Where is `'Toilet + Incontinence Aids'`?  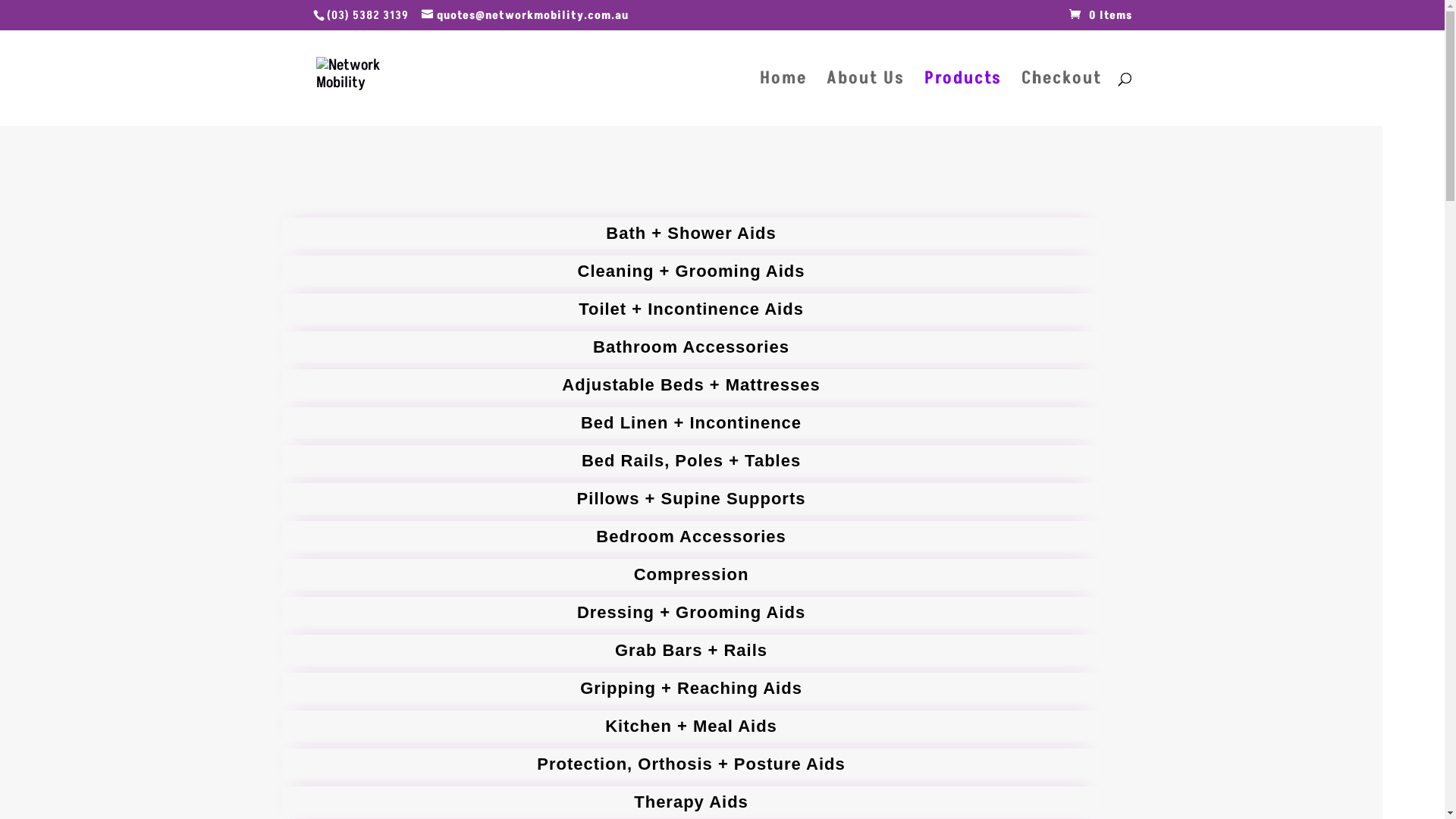
'Toilet + Incontinence Aids' is located at coordinates (691, 309).